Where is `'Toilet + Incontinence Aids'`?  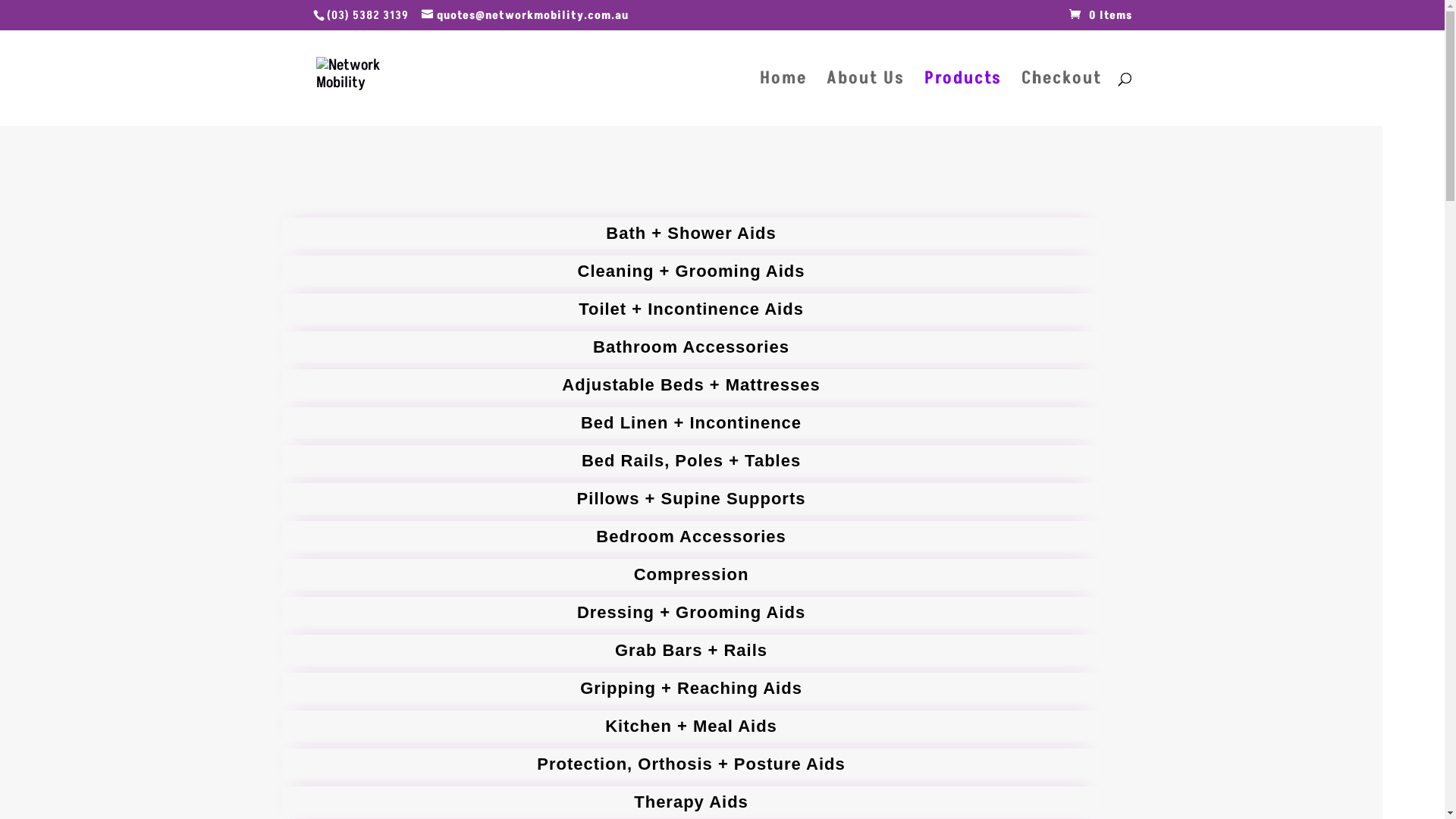
'Toilet + Incontinence Aids' is located at coordinates (691, 309).